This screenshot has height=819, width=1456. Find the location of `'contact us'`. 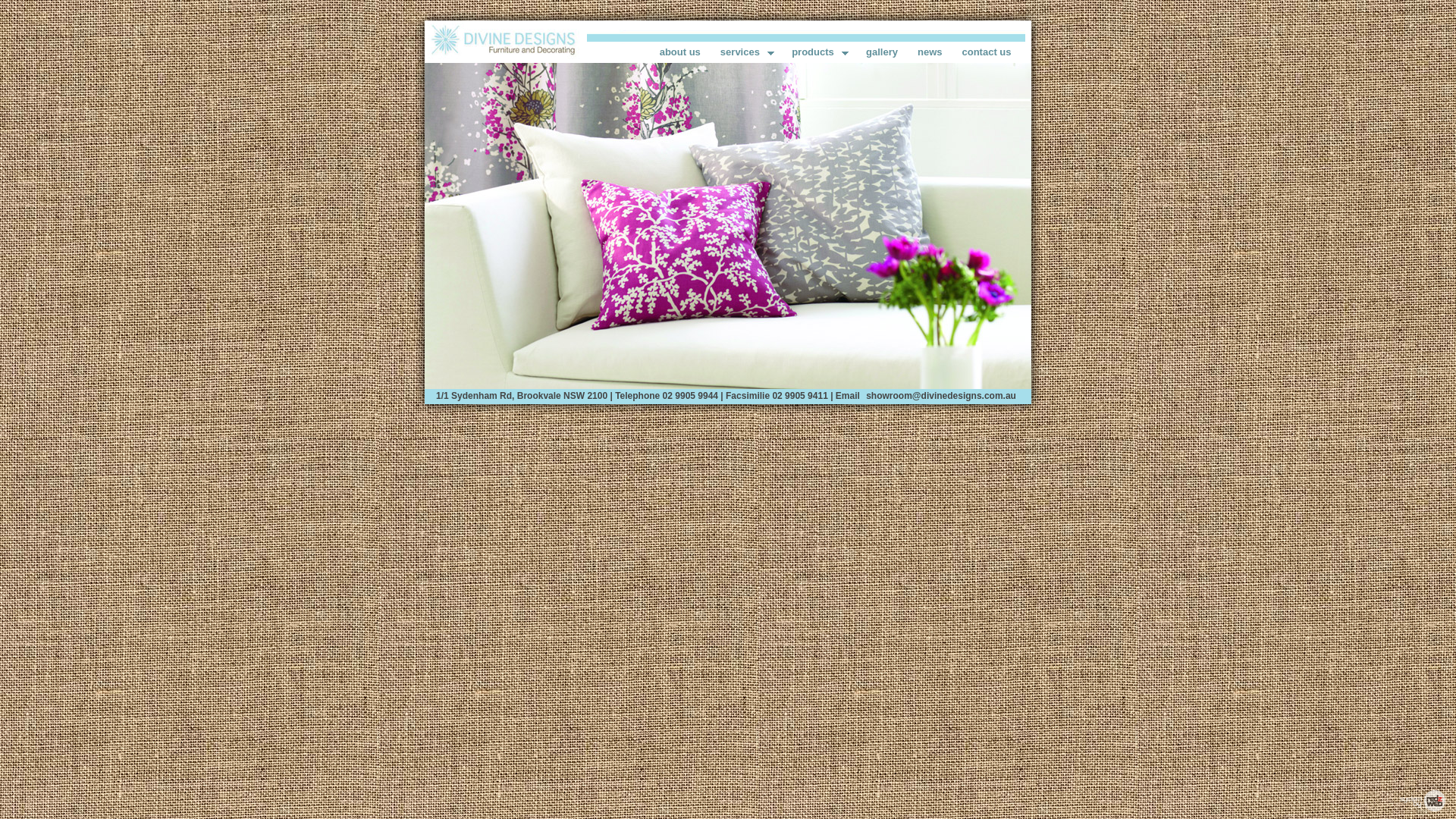

'contact us' is located at coordinates (986, 51).